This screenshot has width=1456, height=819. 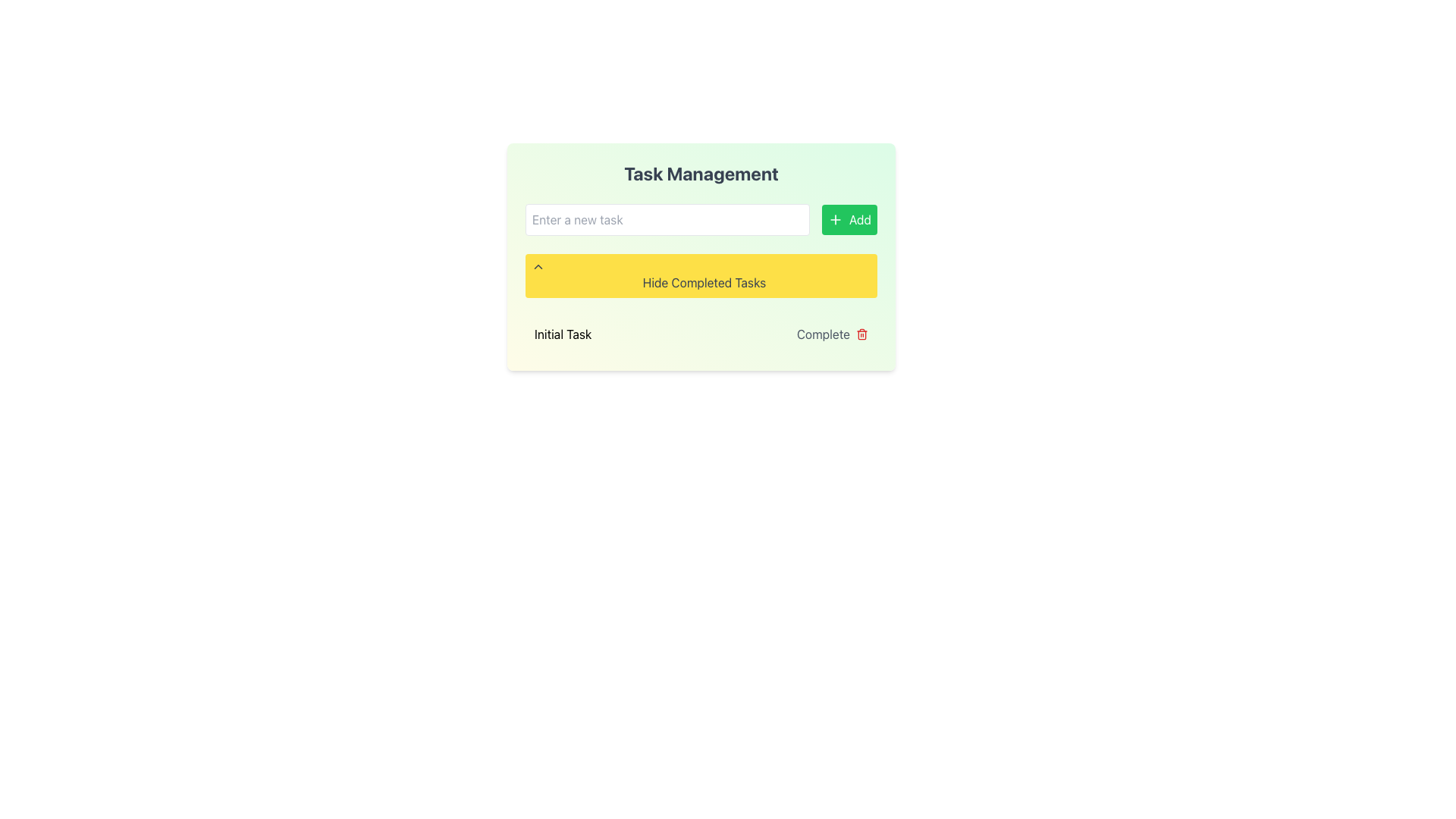 I want to click on the button that marks the task 'Initial Task' as completed, located to the right of the task text and before the trash can icon, so click(x=822, y=333).